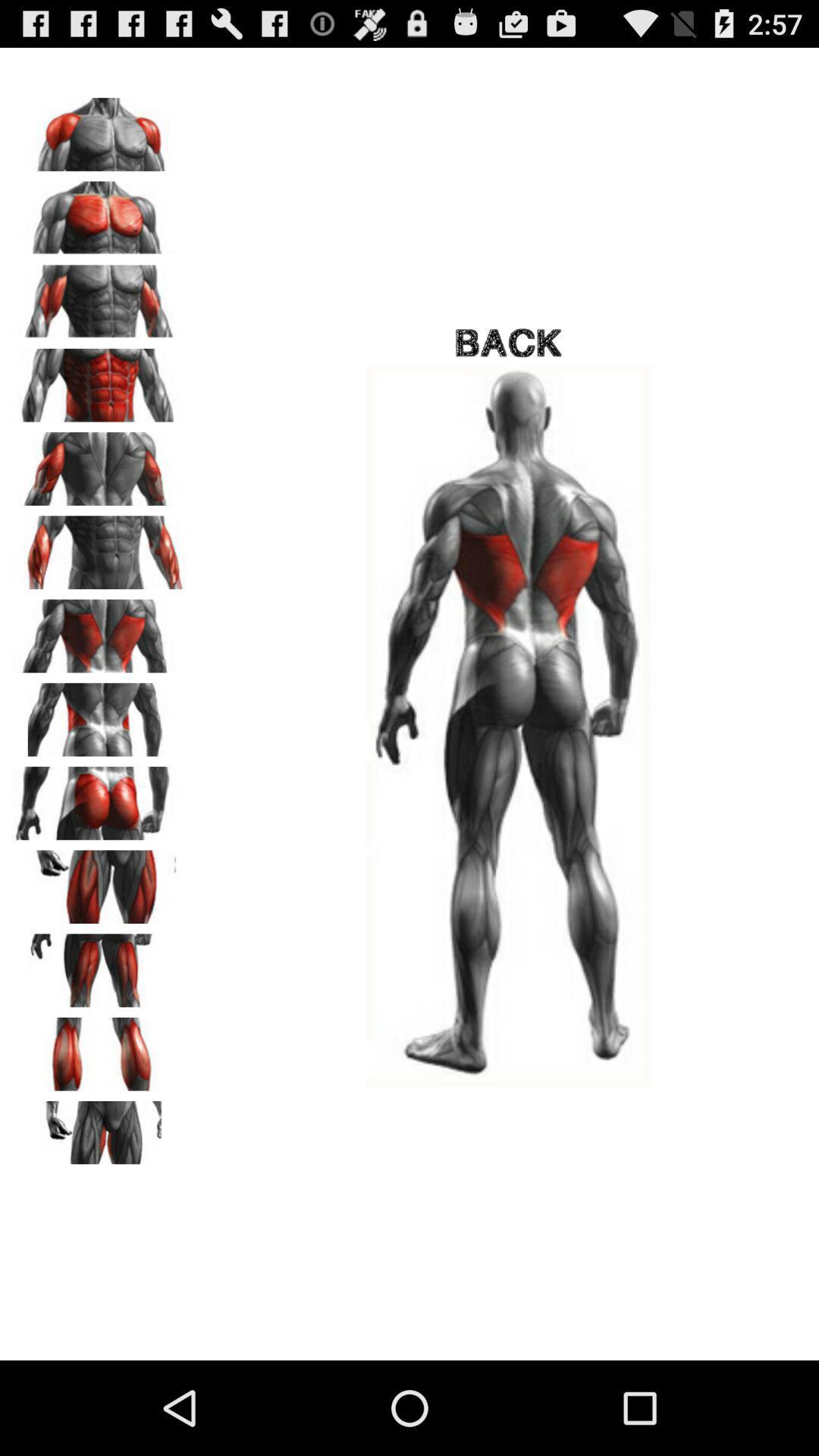 The image size is (819, 1456). What do you see at coordinates (99, 797) in the screenshot?
I see `human buttock muscle anatomy` at bounding box center [99, 797].